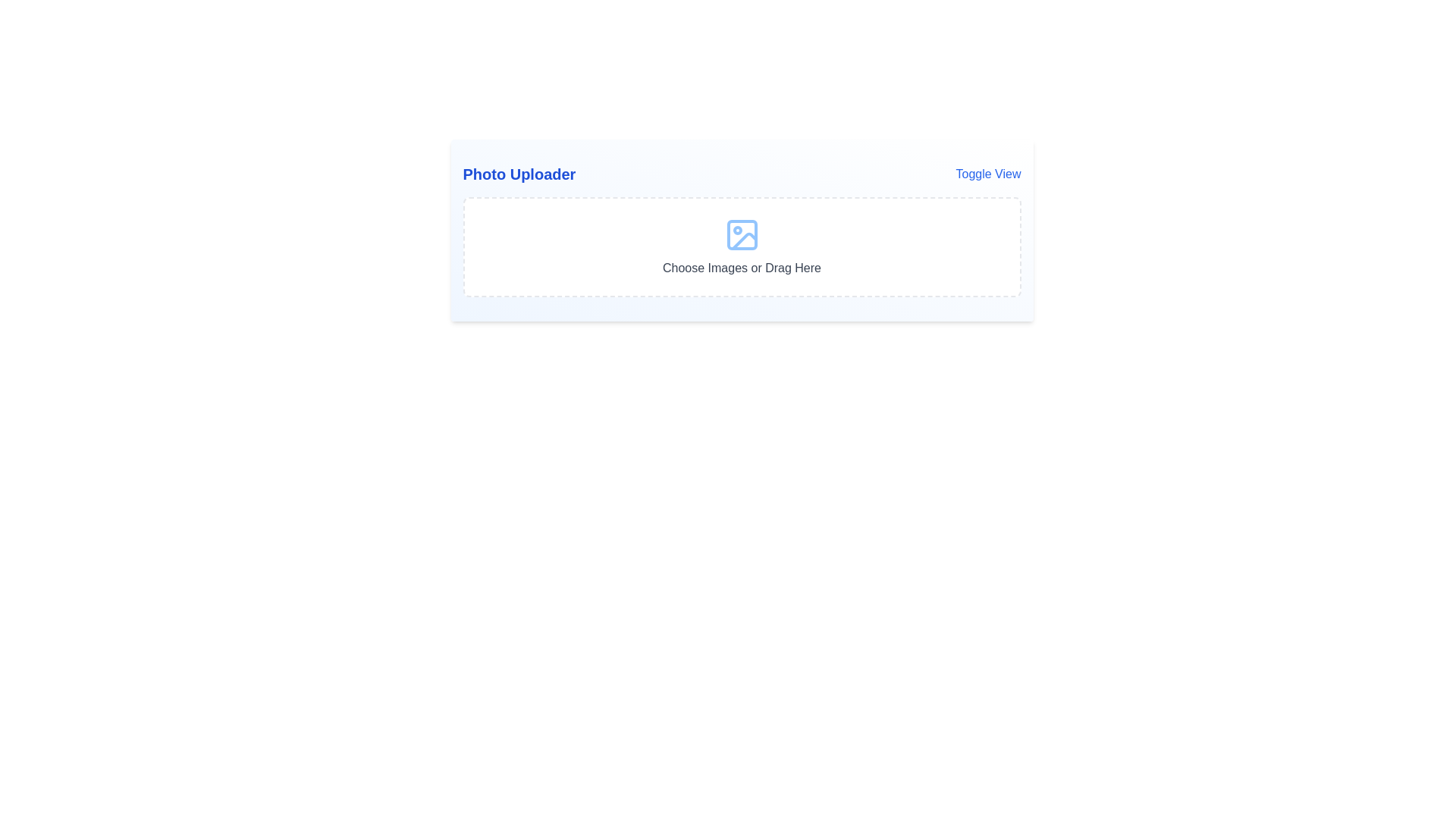  Describe the element at coordinates (742, 268) in the screenshot. I see `the text label that reads 'Choose Images or Drag Here', which is styled in gray and positioned below an image icon, serving as an instruction for user action` at that location.